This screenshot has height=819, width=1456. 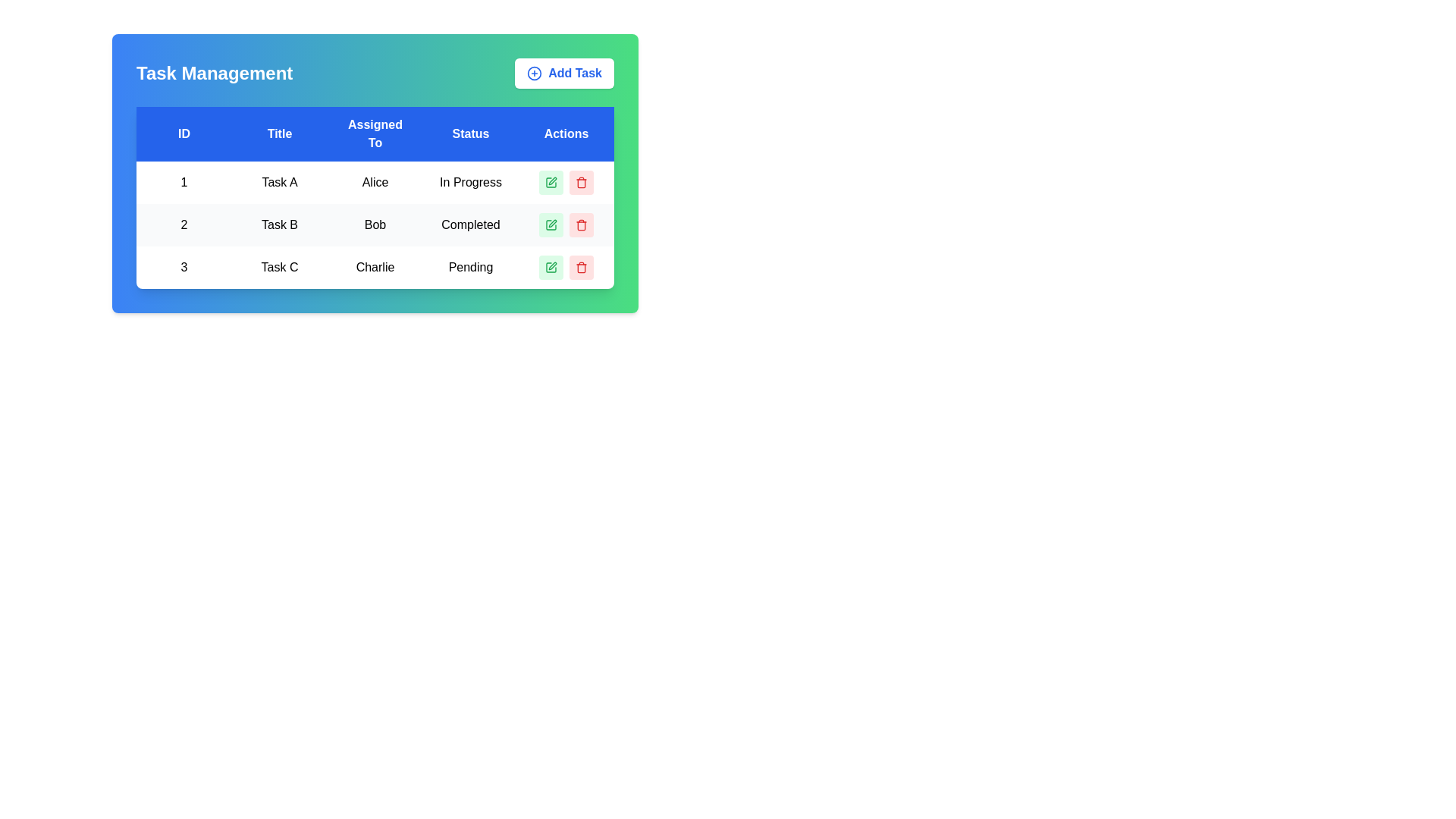 I want to click on the table displaying task details, so click(x=375, y=197).